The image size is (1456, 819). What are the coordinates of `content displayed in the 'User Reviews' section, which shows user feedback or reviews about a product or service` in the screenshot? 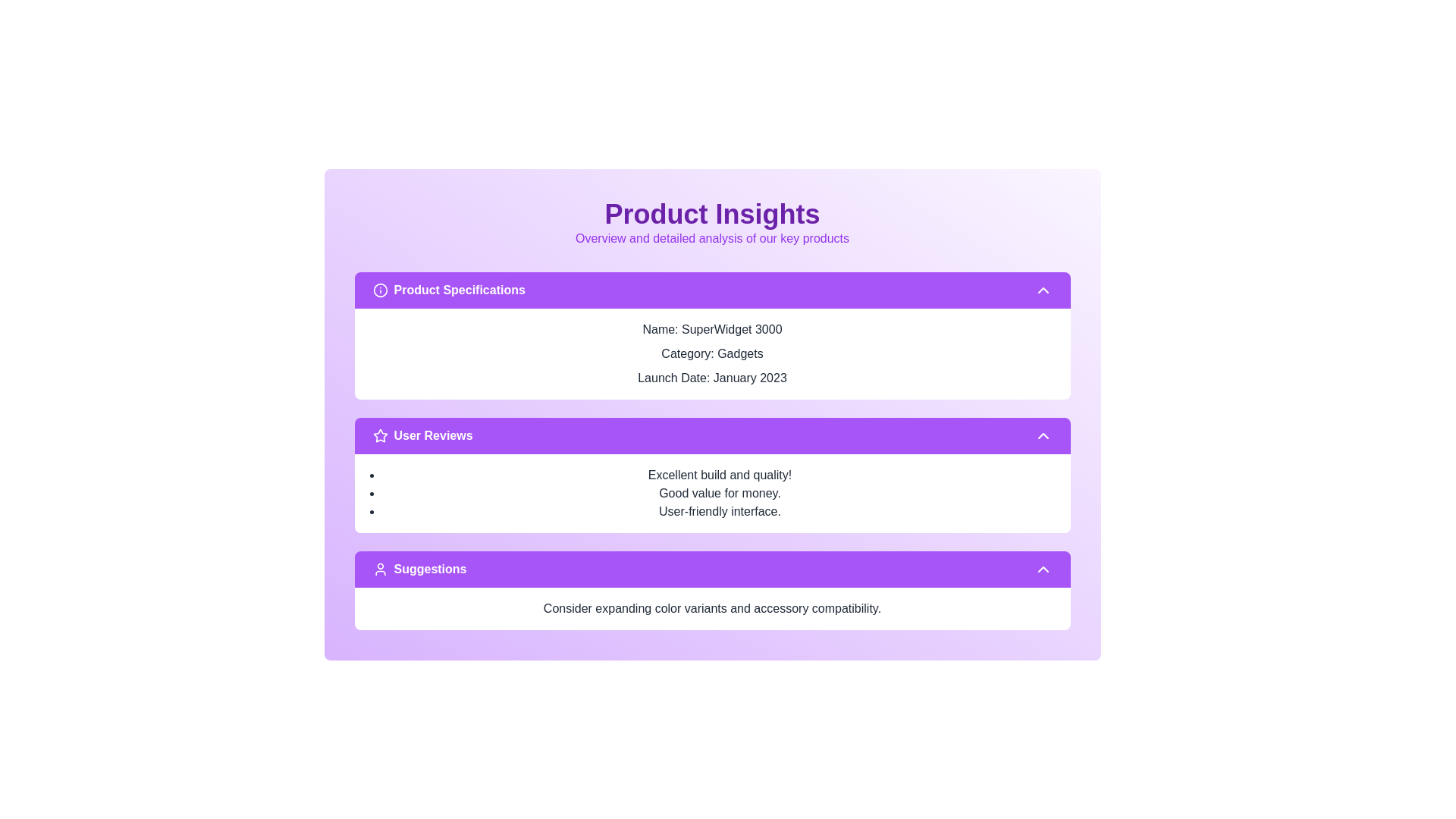 It's located at (711, 494).